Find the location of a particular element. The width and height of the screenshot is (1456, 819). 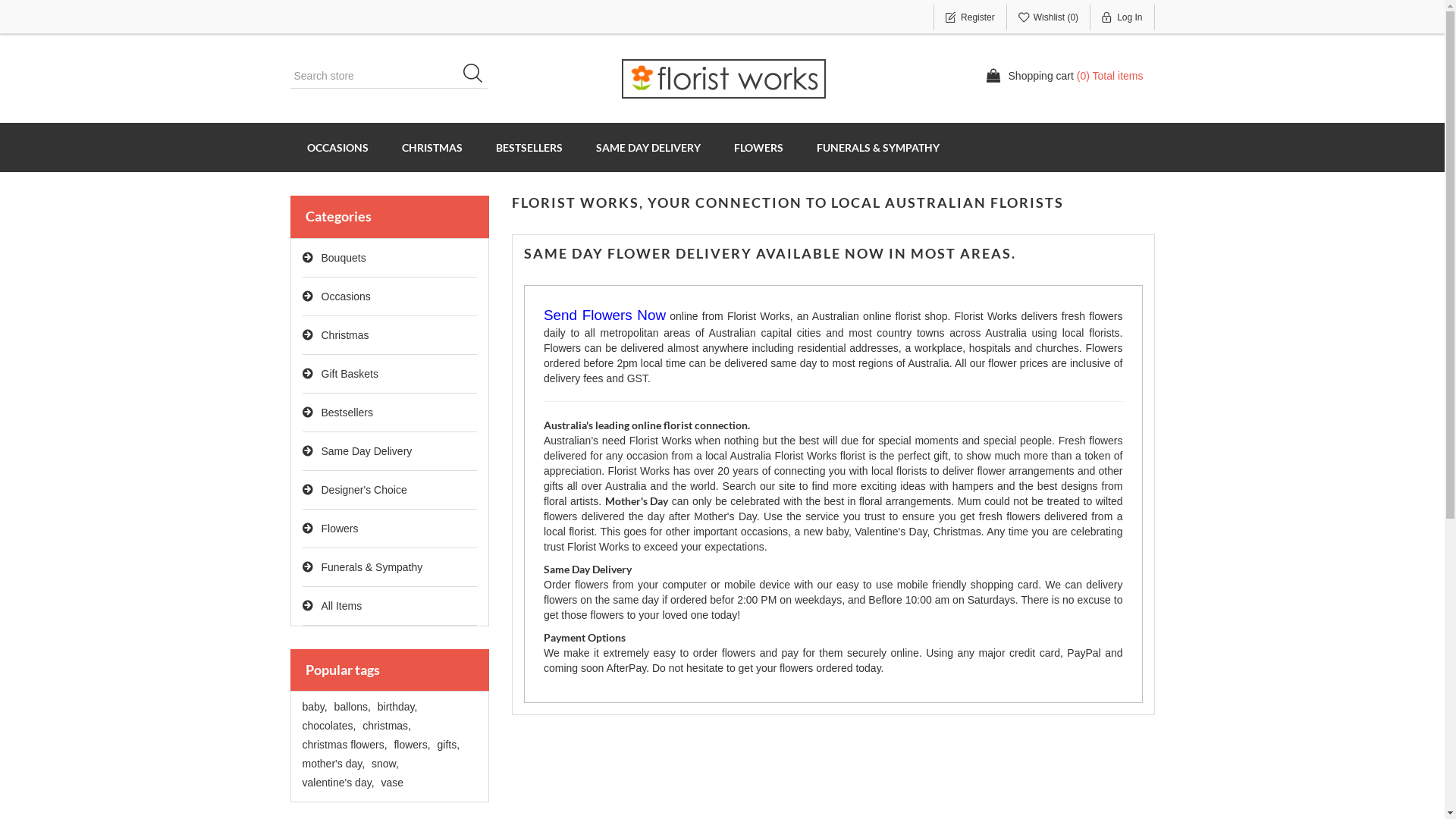

'Bestsellers' is located at coordinates (389, 413).